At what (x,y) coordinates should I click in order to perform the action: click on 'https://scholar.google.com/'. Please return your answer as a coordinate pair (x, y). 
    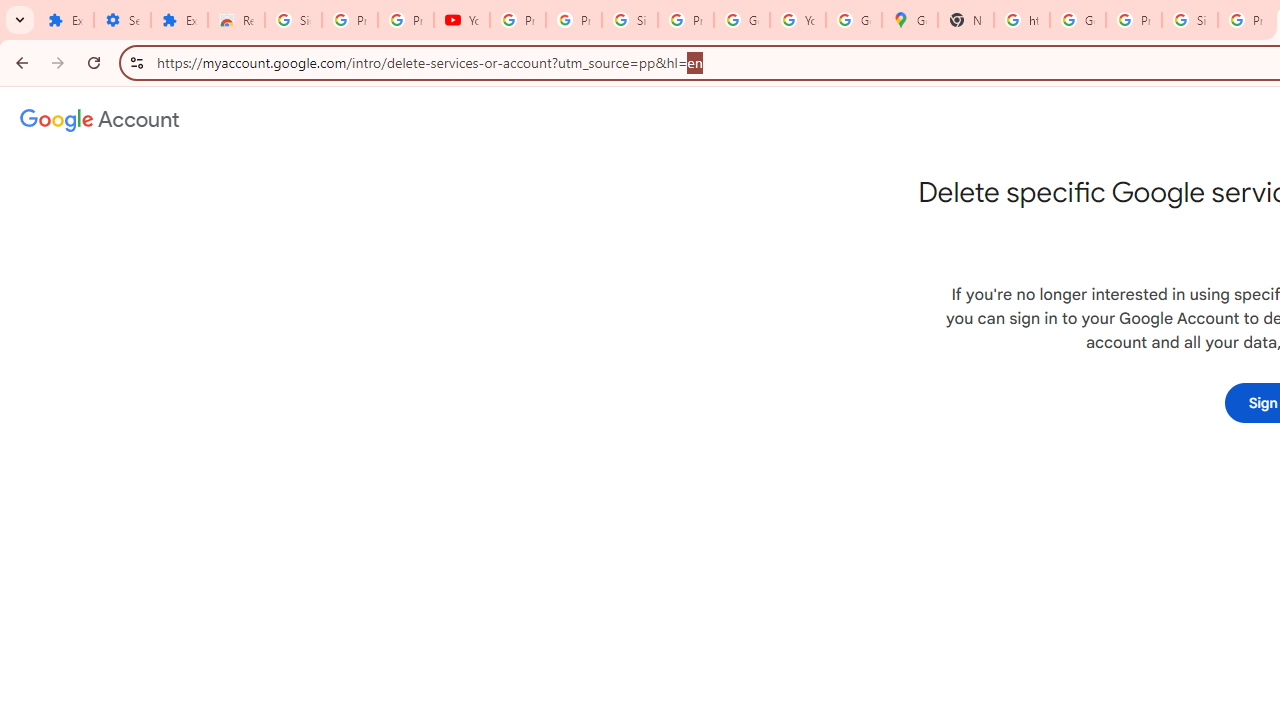
    Looking at the image, I should click on (1022, 20).